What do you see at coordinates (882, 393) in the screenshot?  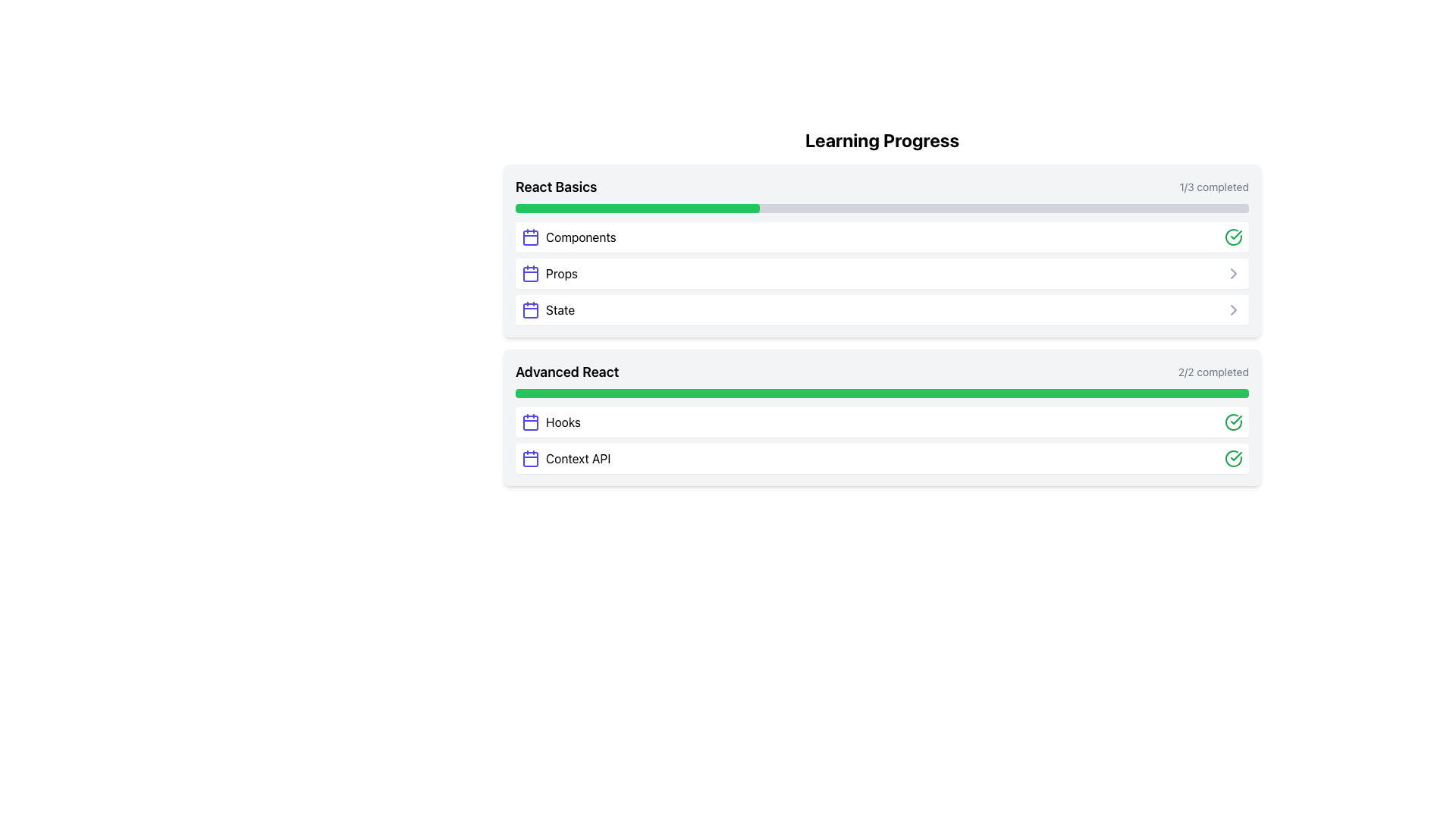 I see `the progress indication of the Progress Bar, which is the third item in the 'Advanced React' section, located between '2/2 completed' and the 'Hooks' and 'Context API' sections` at bounding box center [882, 393].